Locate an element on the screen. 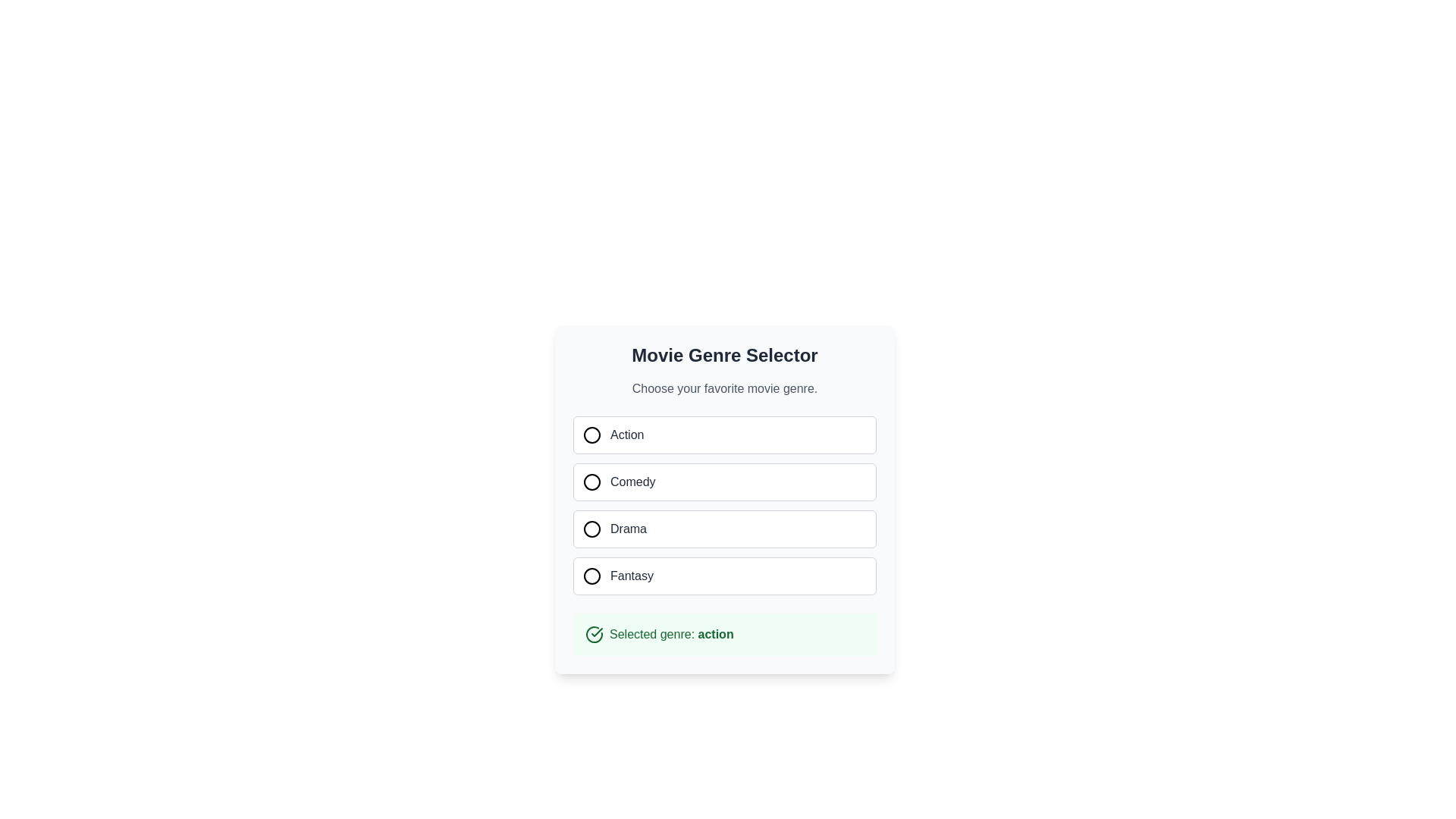  the radio button associated with the 'Action' movie genre label located under the 'Movie Genre Selector' title is located at coordinates (613, 435).